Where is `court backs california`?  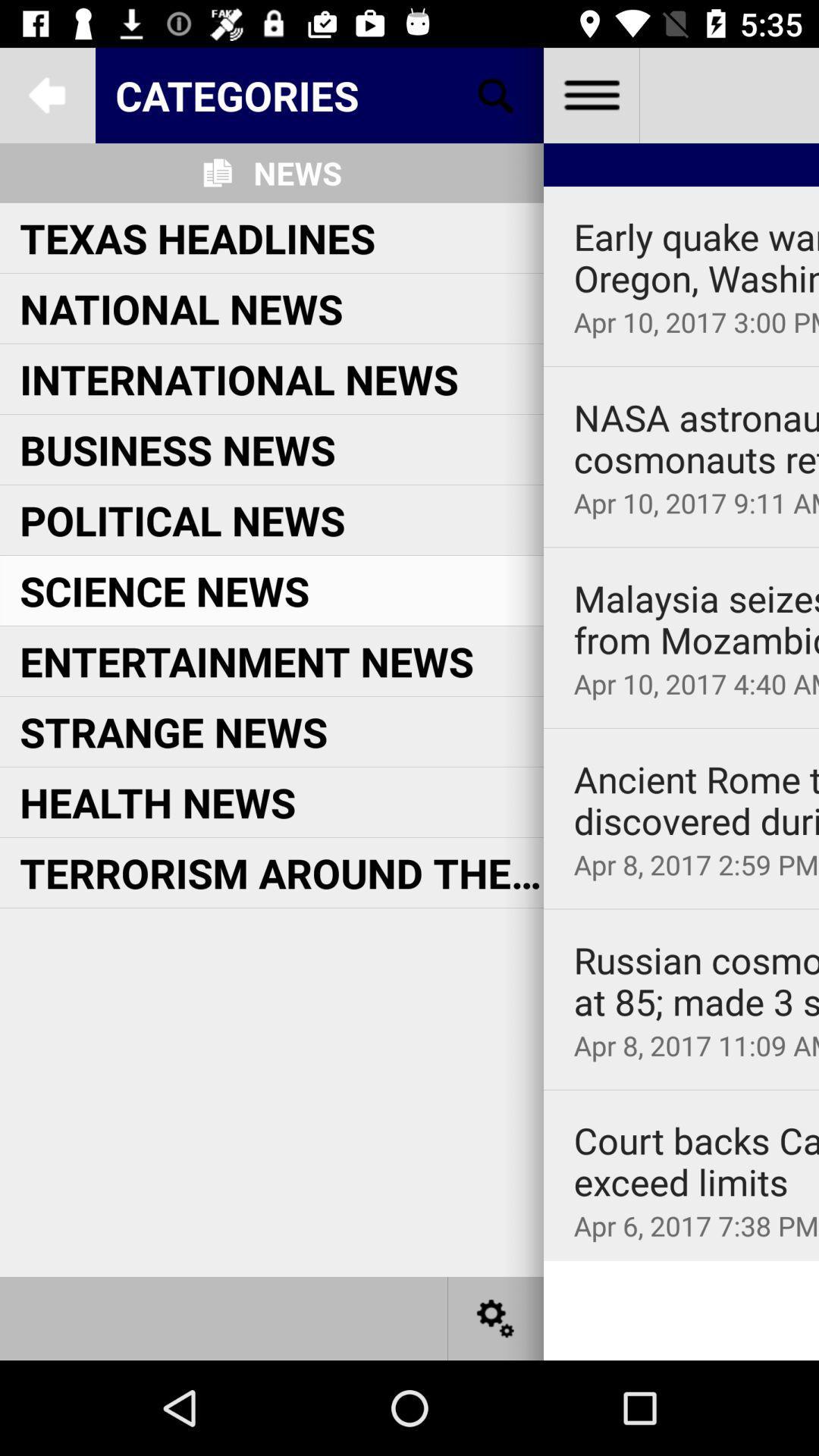
court backs california is located at coordinates (696, 1160).